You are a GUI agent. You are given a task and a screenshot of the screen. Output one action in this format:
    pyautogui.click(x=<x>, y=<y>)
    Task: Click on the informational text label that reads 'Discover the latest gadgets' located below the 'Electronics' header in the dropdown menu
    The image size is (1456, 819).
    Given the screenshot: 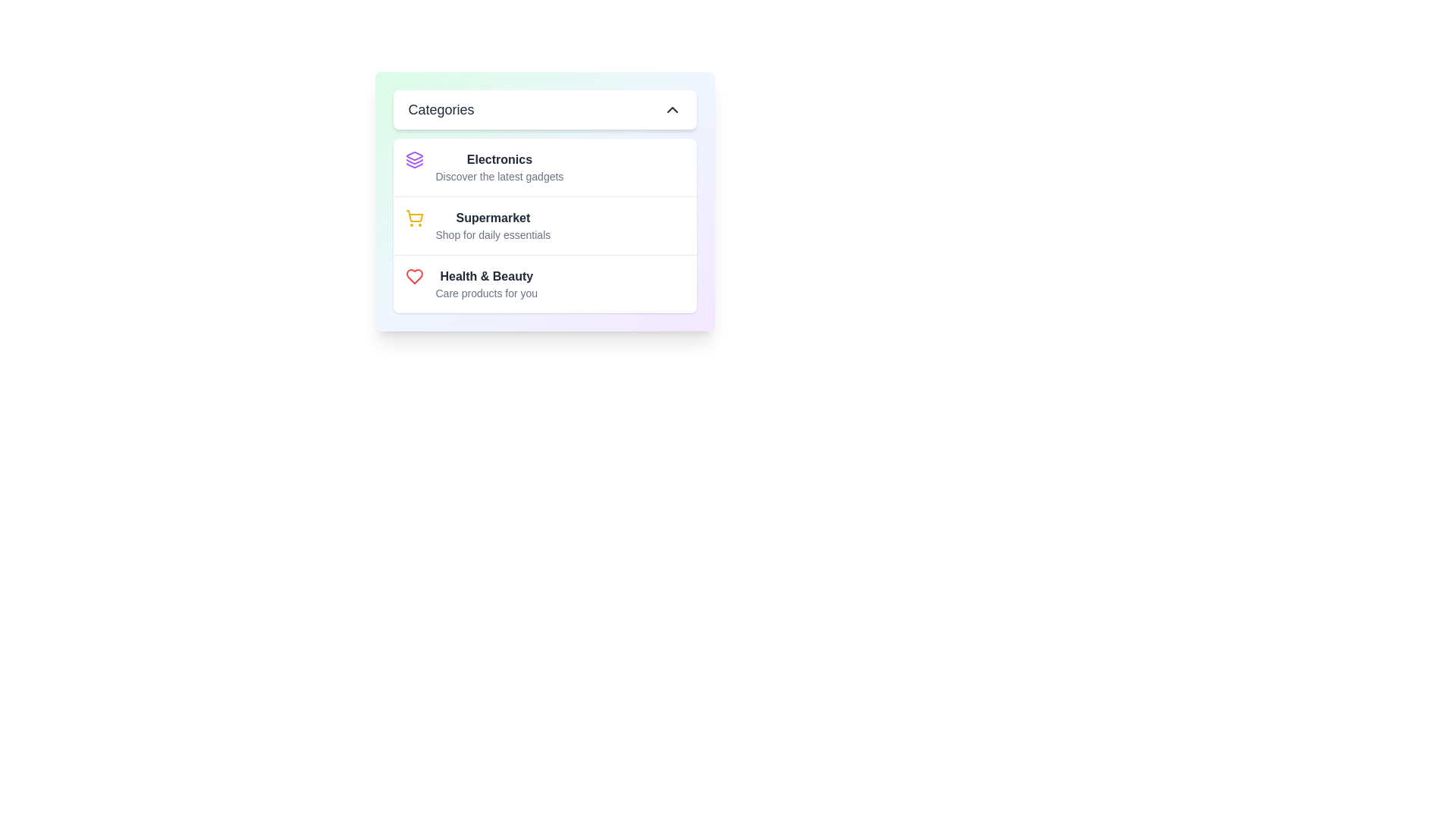 What is the action you would take?
    pyautogui.click(x=499, y=175)
    